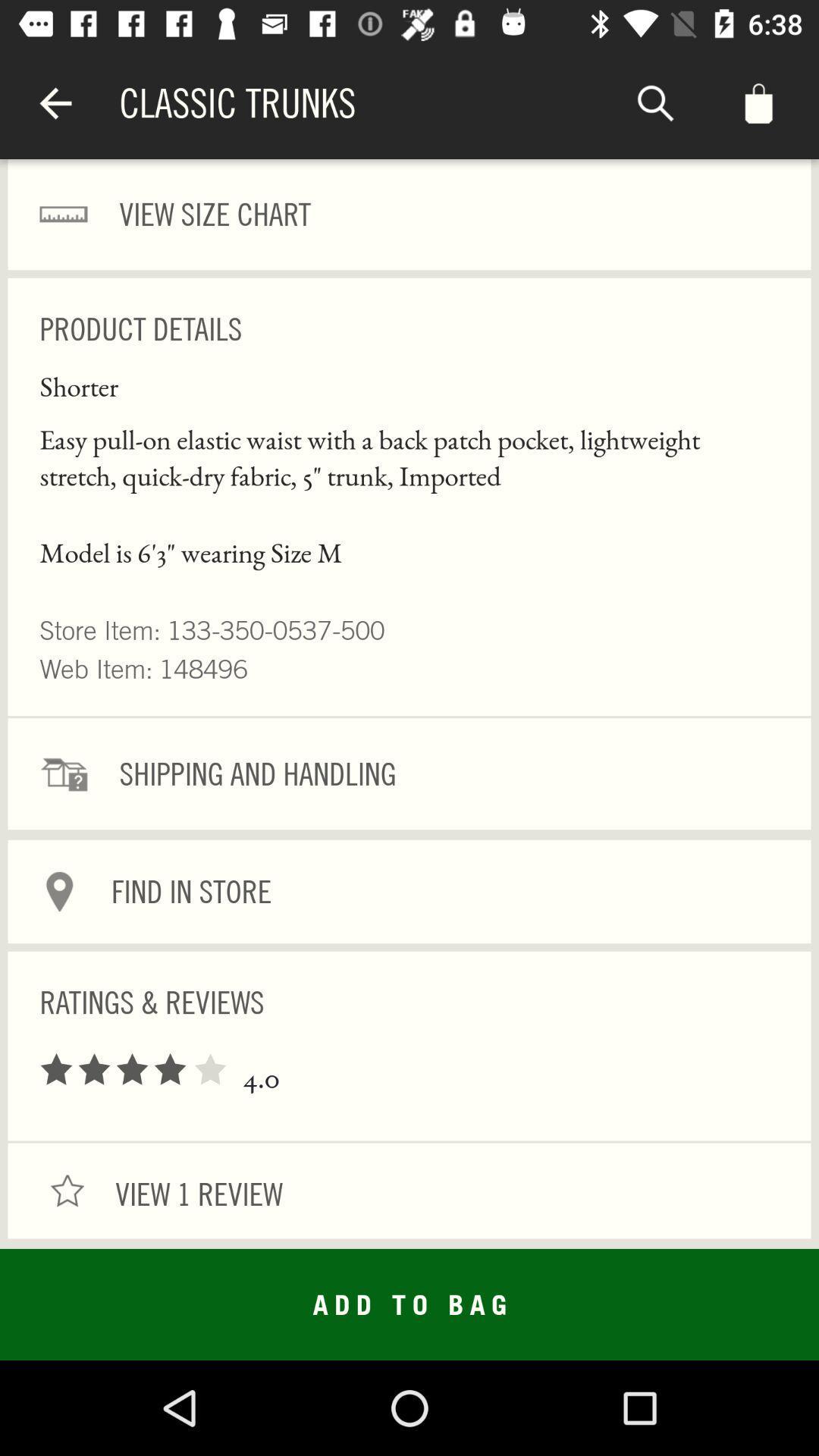 The image size is (819, 1456). What do you see at coordinates (409, 1304) in the screenshot?
I see `a d d item` at bounding box center [409, 1304].